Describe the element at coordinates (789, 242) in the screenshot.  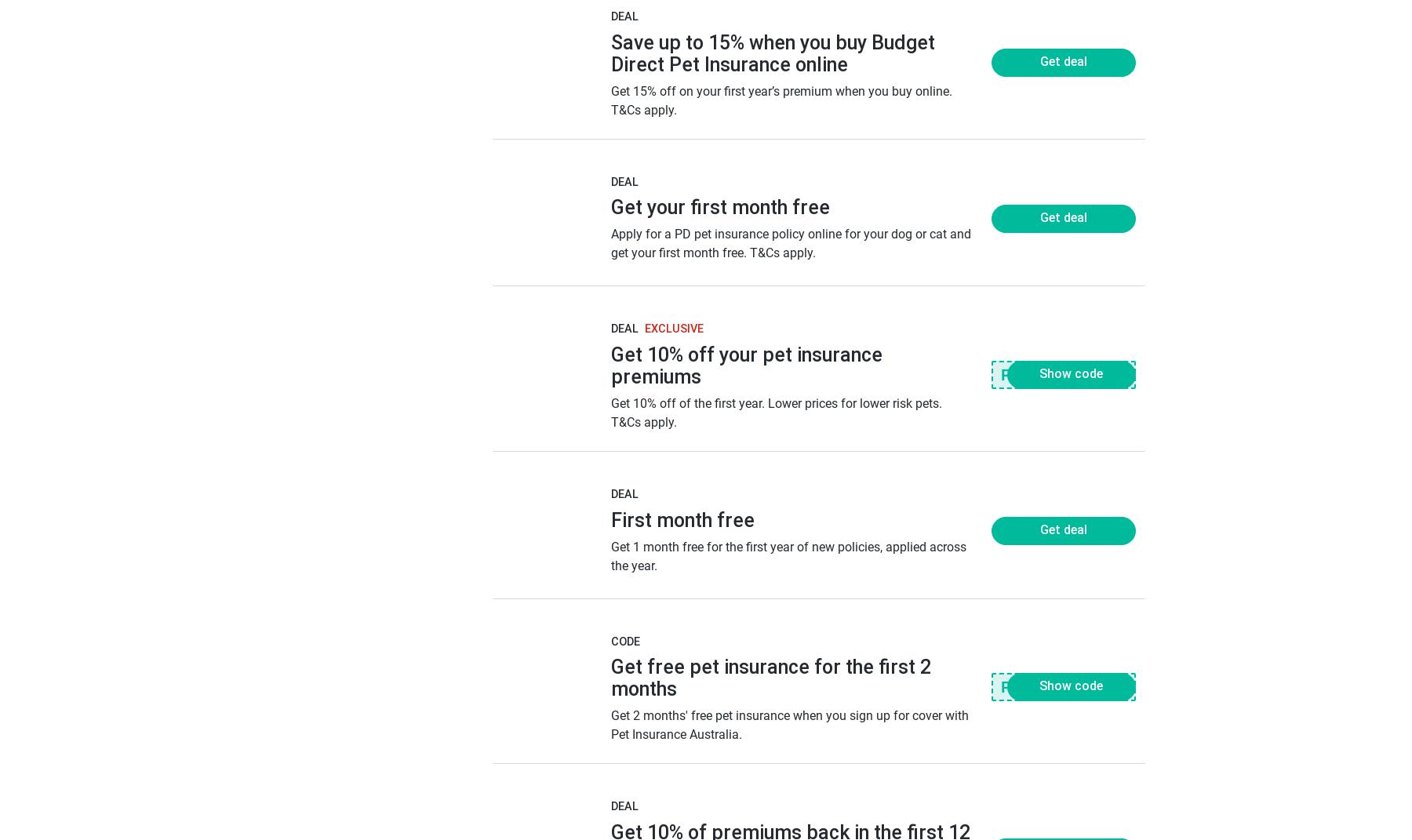
I see `'Apply for a PD pet insurance policy online for your dog or cat and get your first month free. T&Cs apply.'` at that location.